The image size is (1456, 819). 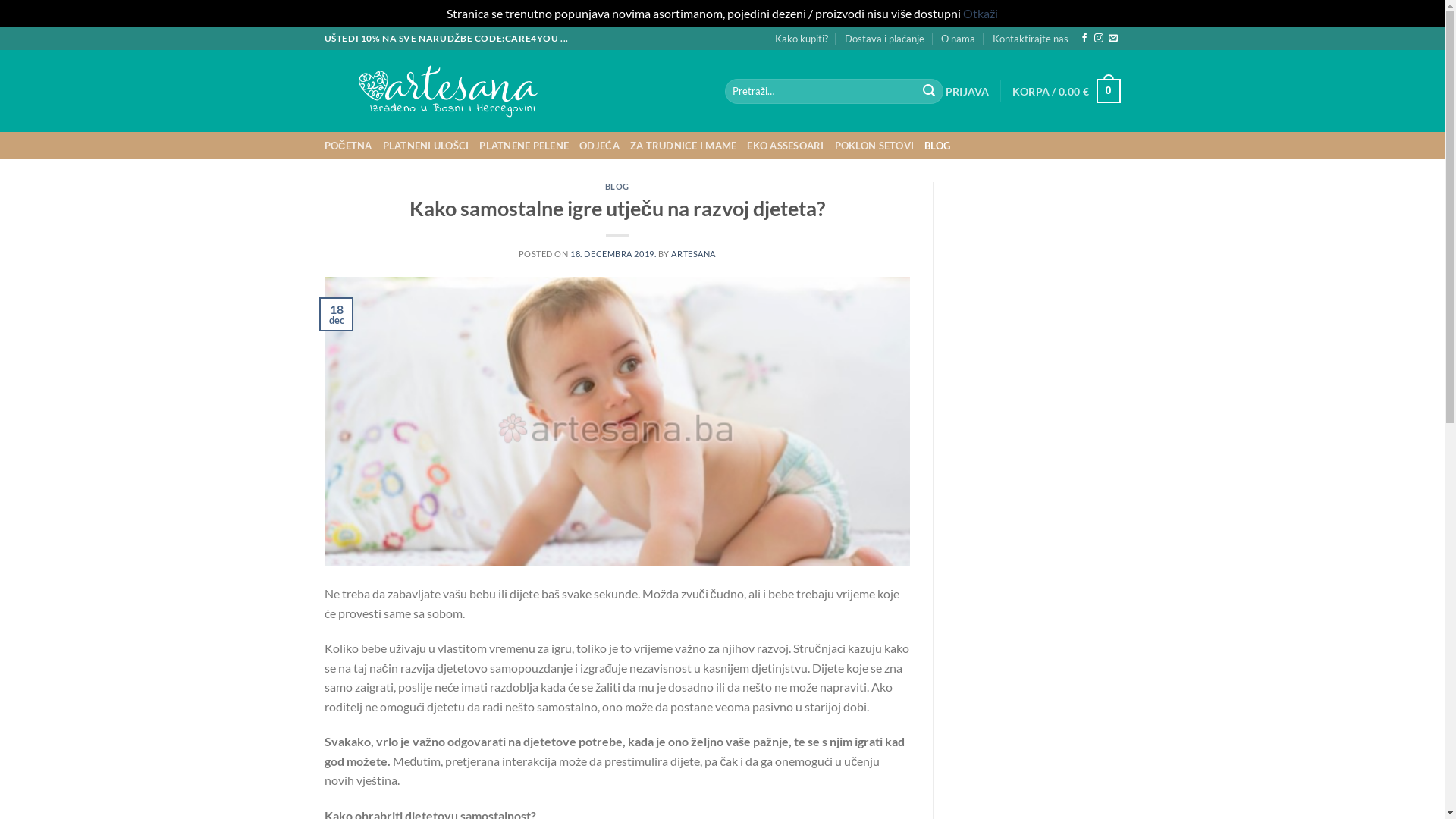 I want to click on 'BLOG', so click(x=937, y=146).